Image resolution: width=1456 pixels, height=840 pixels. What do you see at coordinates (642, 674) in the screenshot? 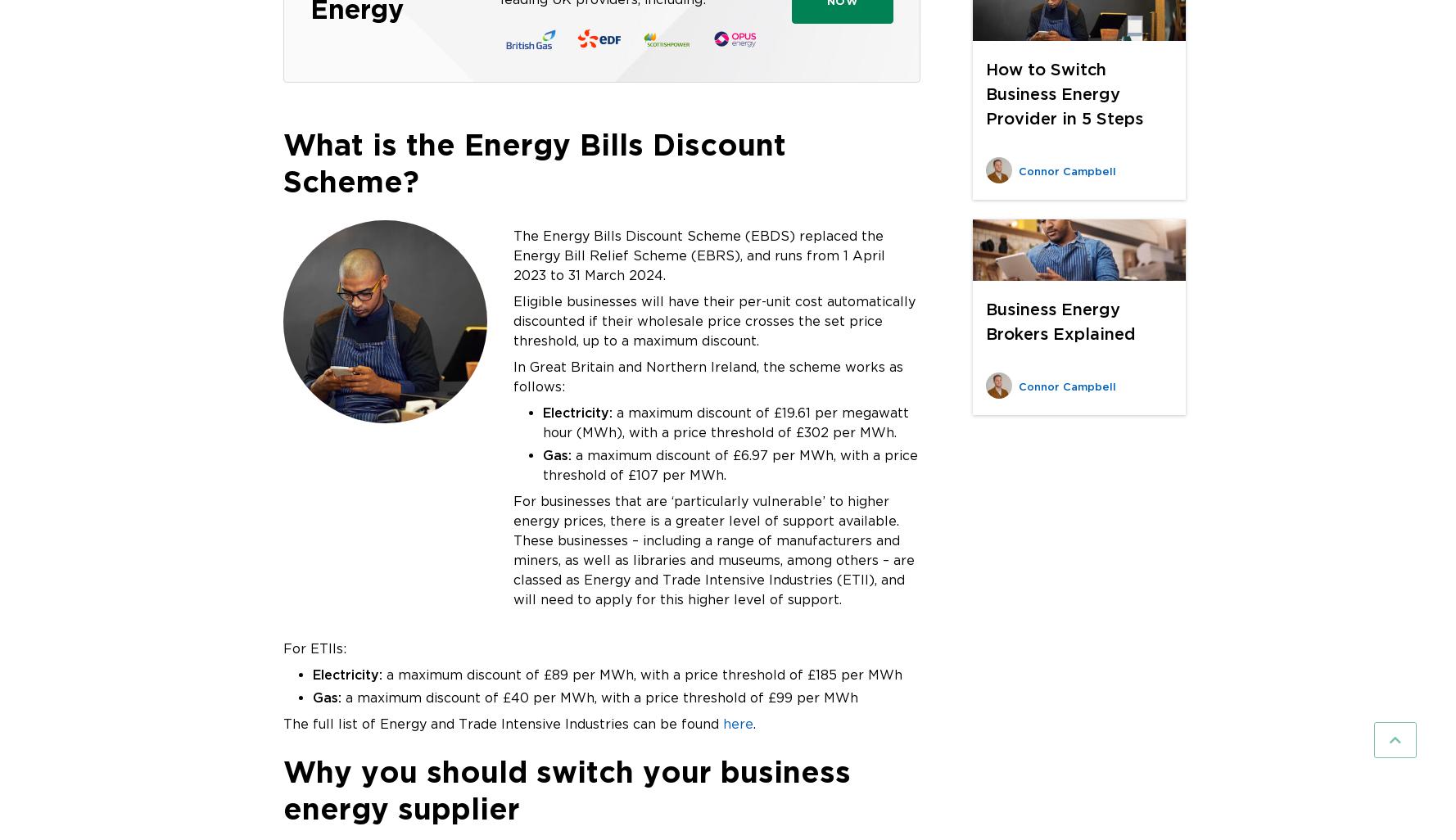
I see `'a maximum discount of £89 per MWh, with a price threshold of £185 per MWh'` at bounding box center [642, 674].